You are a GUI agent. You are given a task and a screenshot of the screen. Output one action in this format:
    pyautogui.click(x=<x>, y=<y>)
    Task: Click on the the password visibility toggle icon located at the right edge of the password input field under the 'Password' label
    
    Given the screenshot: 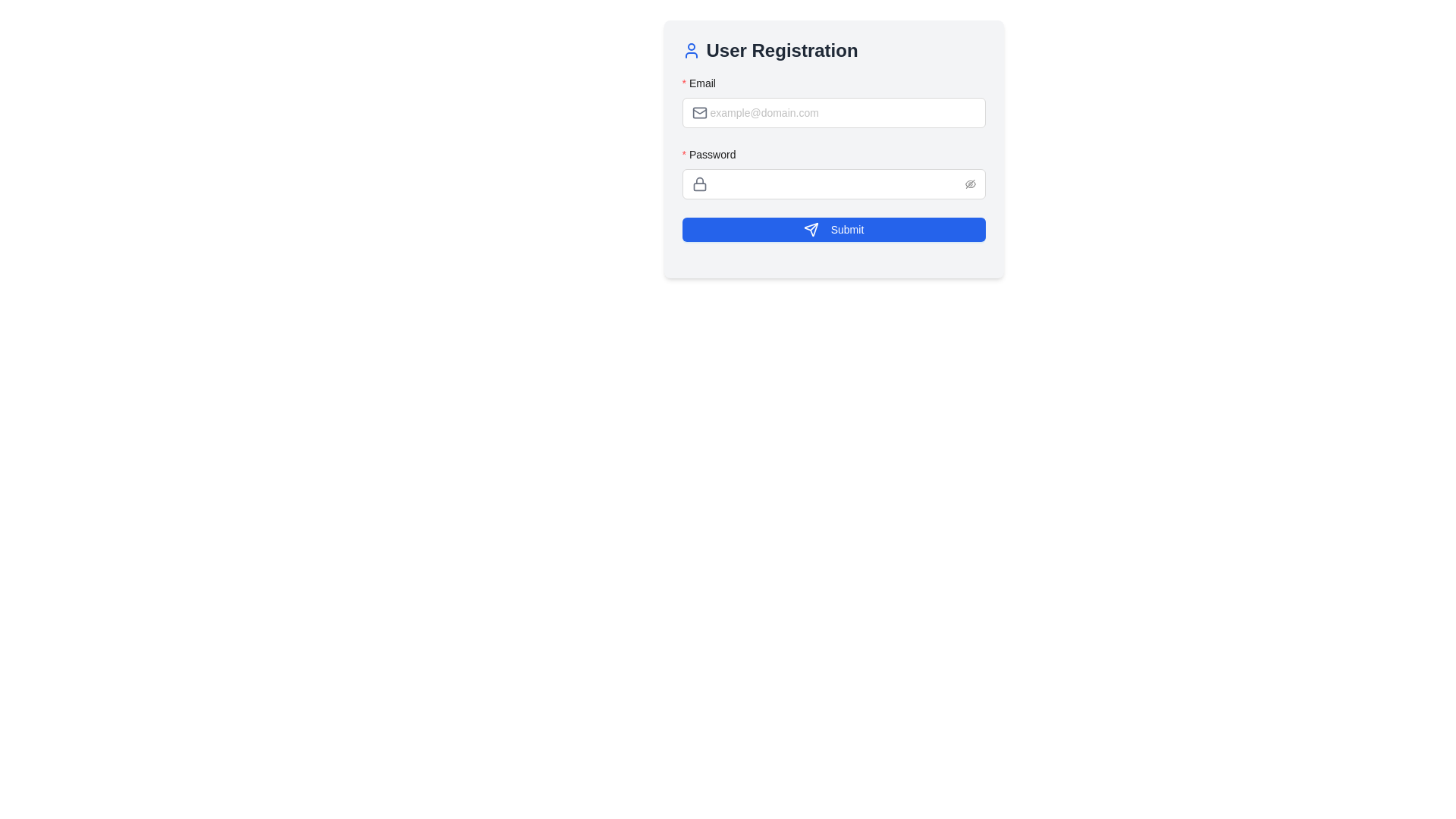 What is the action you would take?
    pyautogui.click(x=969, y=184)
    